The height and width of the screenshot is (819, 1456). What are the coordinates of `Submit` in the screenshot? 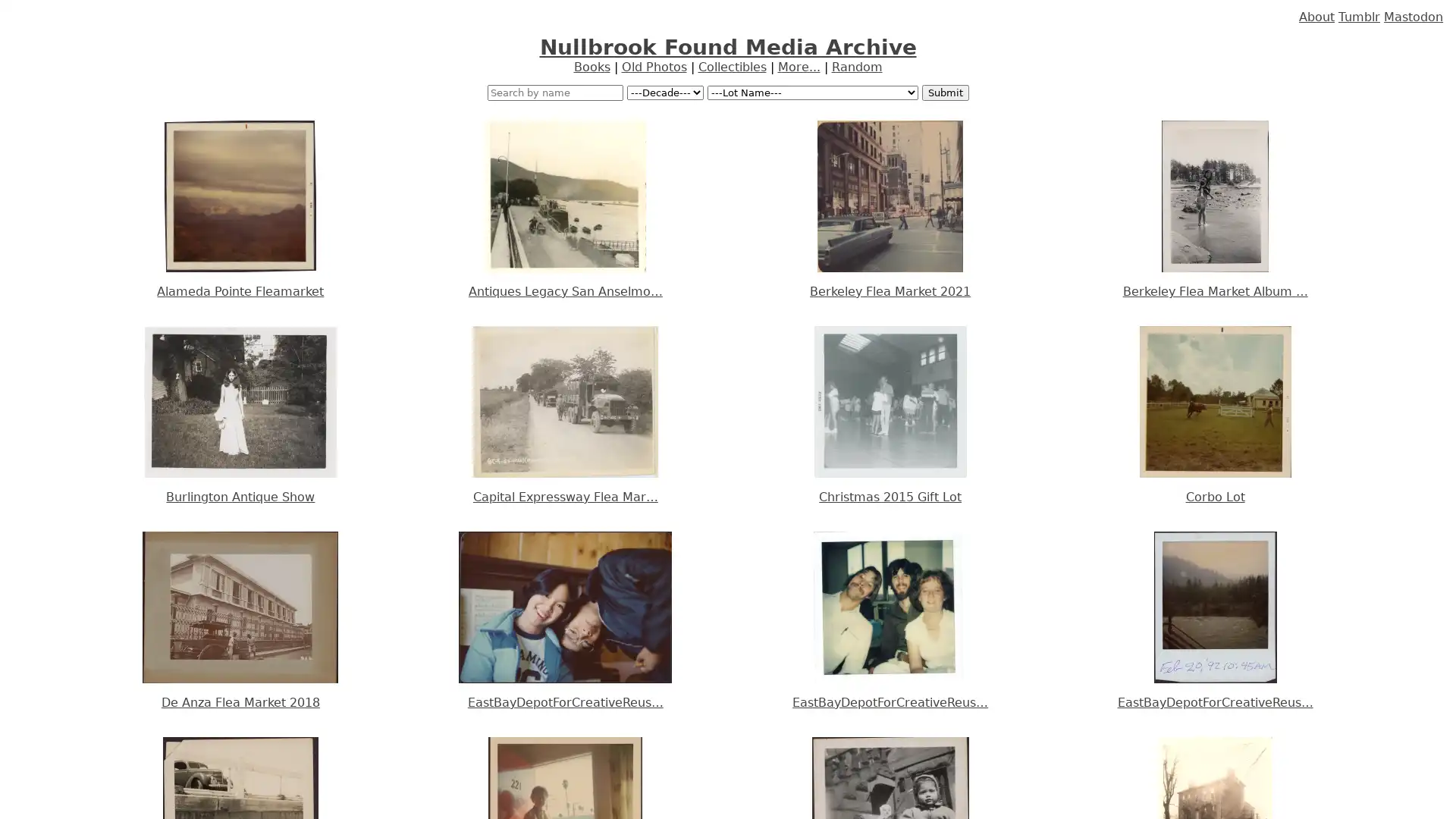 It's located at (944, 93).